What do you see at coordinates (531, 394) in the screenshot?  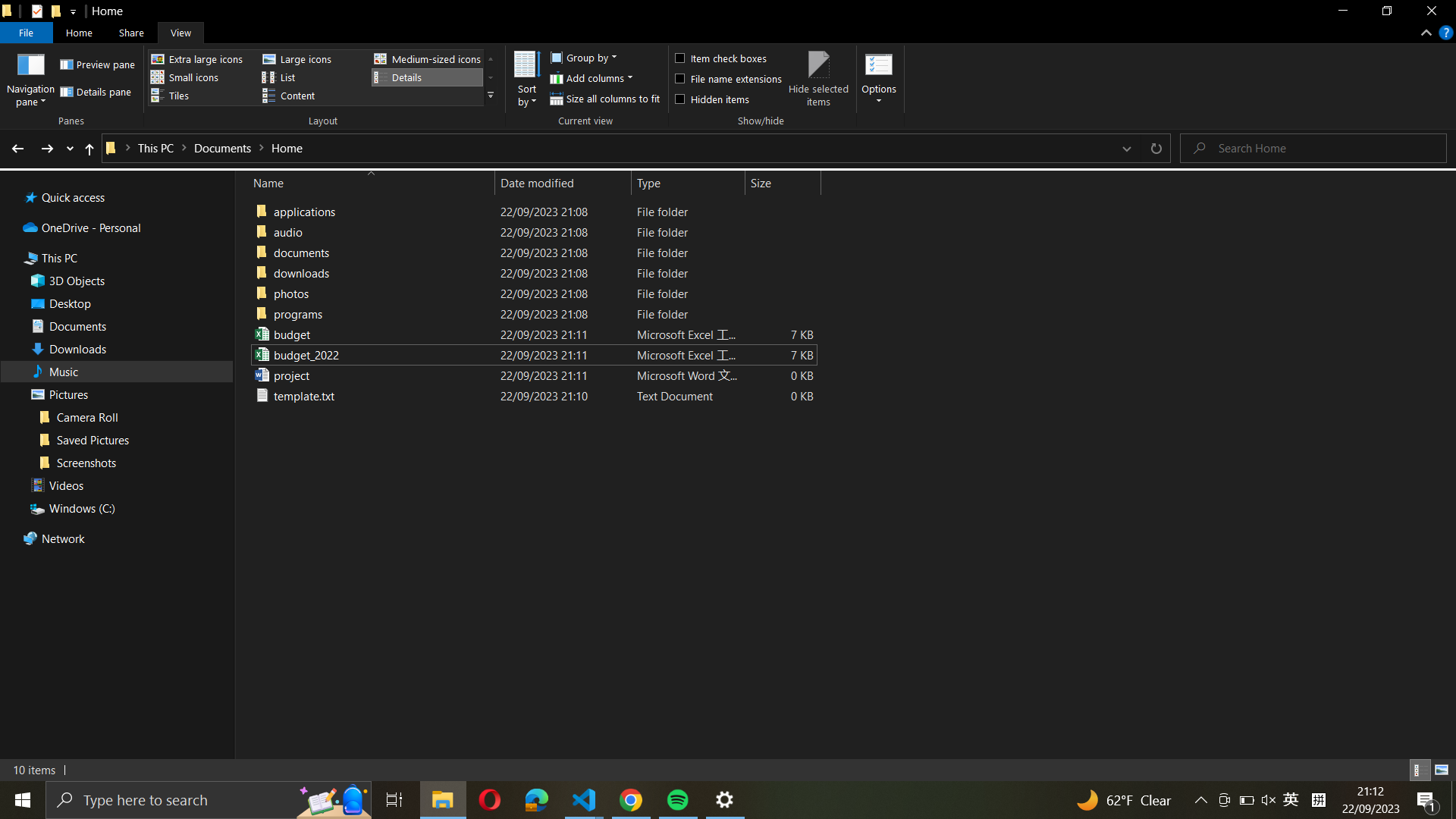 I see `Copy "template.txt" into the "downloads" folder of this same directory only using keyboard shortcuts` at bounding box center [531, 394].